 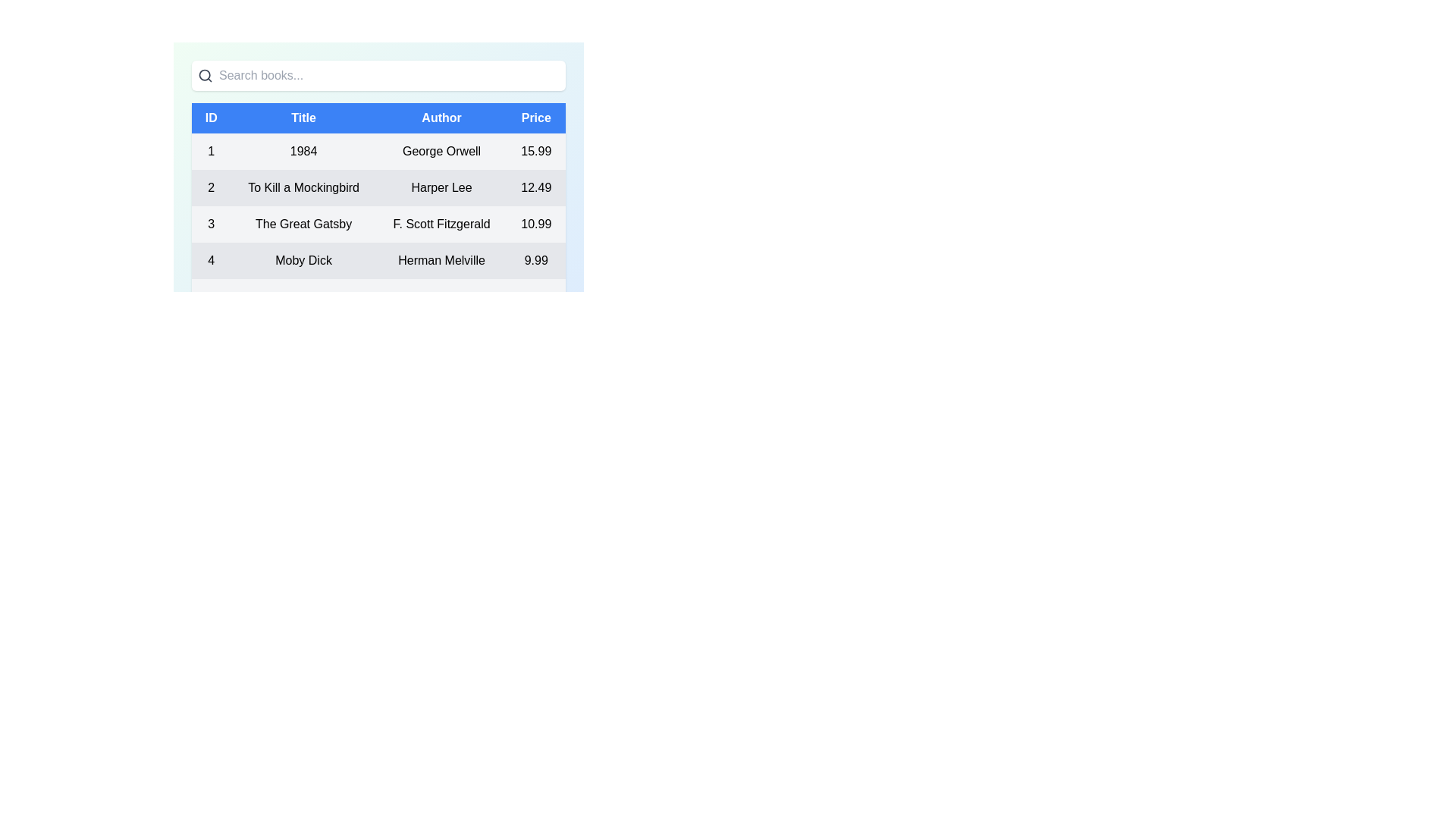 I want to click on the Text Label displaying the author's name in the second row of the table under the 'Author' column, so click(x=441, y=187).